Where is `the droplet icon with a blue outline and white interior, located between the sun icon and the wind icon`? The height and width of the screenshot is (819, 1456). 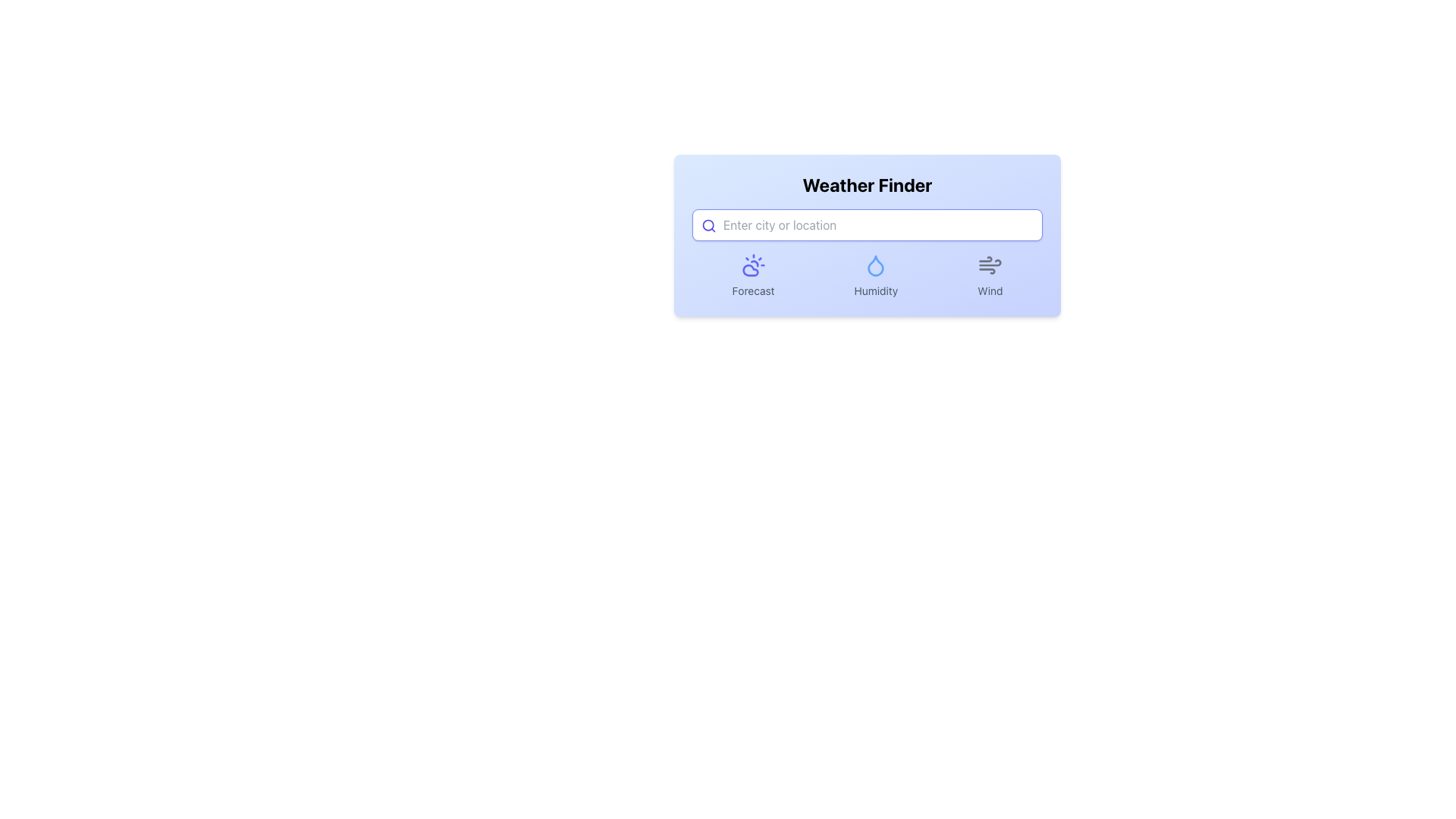
the droplet icon with a blue outline and white interior, located between the sun icon and the wind icon is located at coordinates (876, 265).